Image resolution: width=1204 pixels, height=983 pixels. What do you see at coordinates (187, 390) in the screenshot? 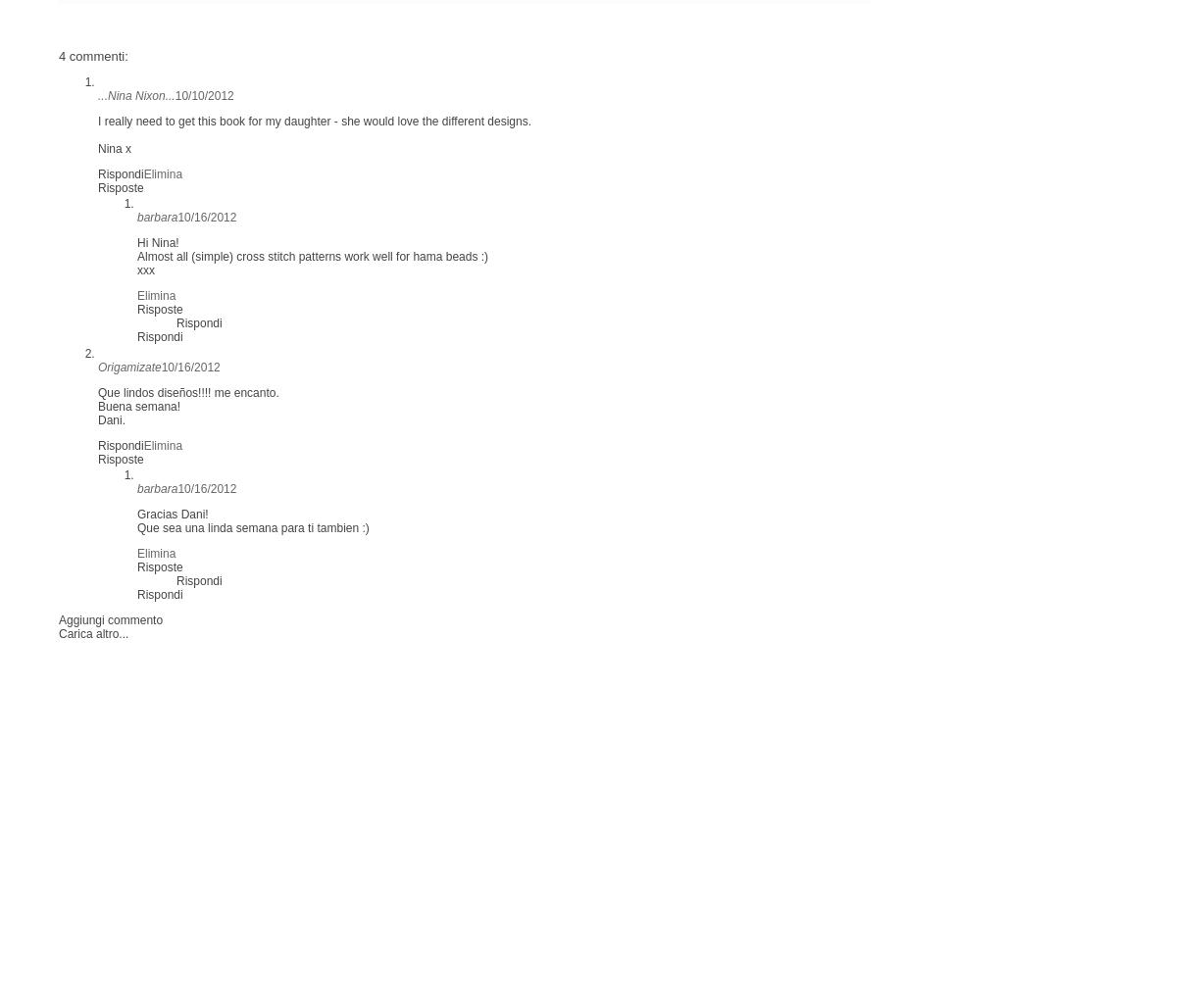
I see `'Que lindos diseños!!!! me encanto.'` at bounding box center [187, 390].